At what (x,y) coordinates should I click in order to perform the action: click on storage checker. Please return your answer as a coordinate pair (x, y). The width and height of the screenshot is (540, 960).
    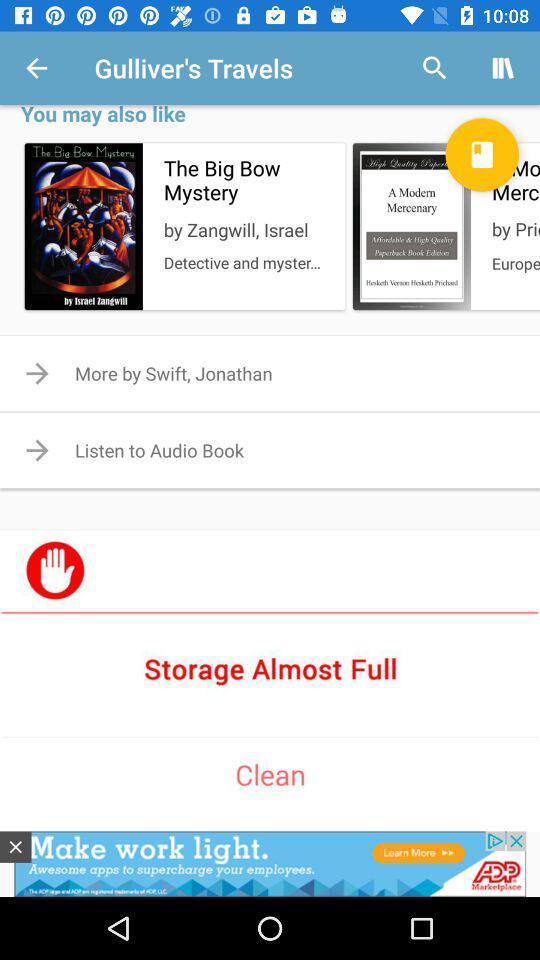
    Looking at the image, I should click on (270, 668).